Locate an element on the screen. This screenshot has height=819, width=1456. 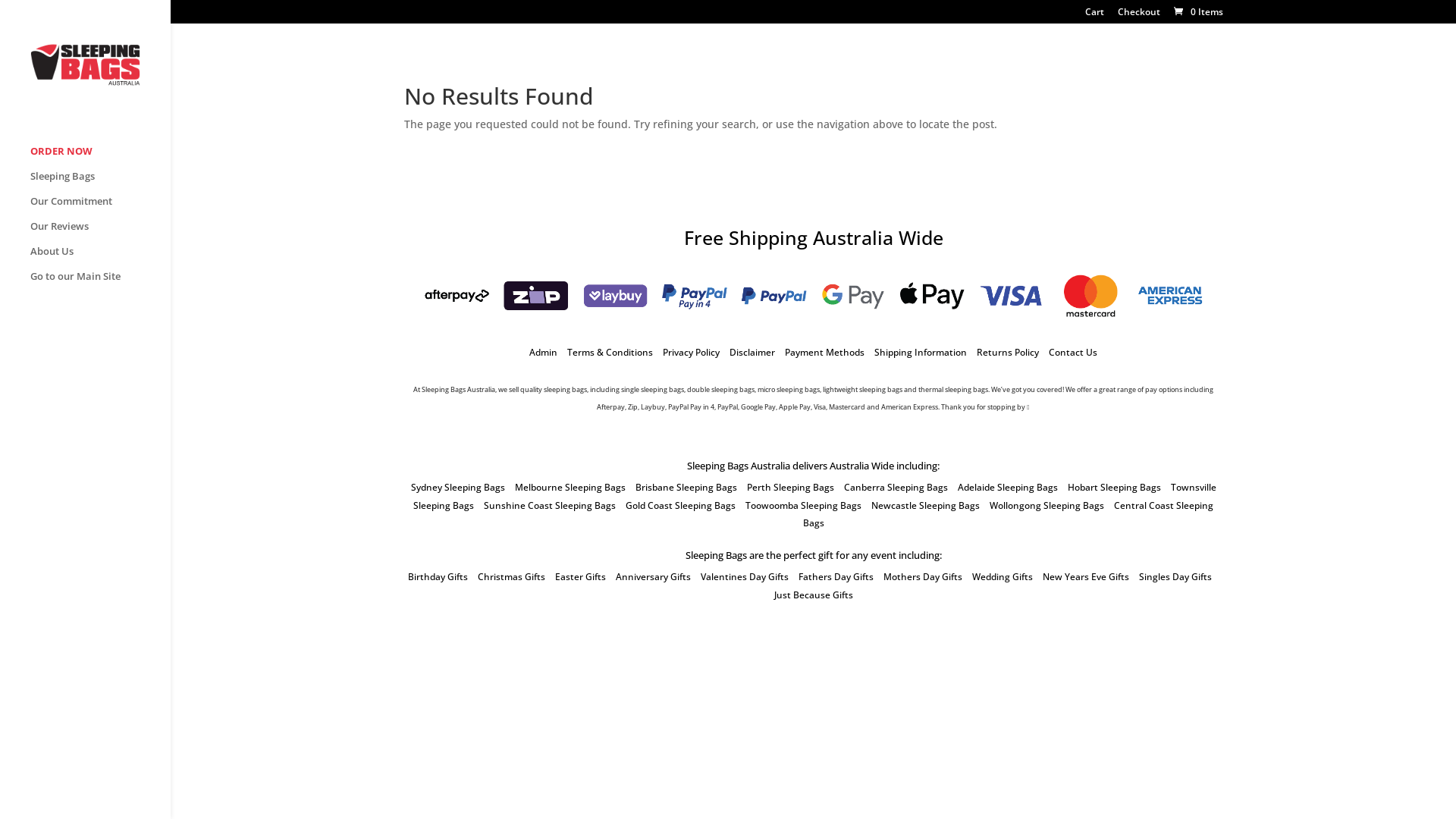
'Cart' is located at coordinates (1094, 15).